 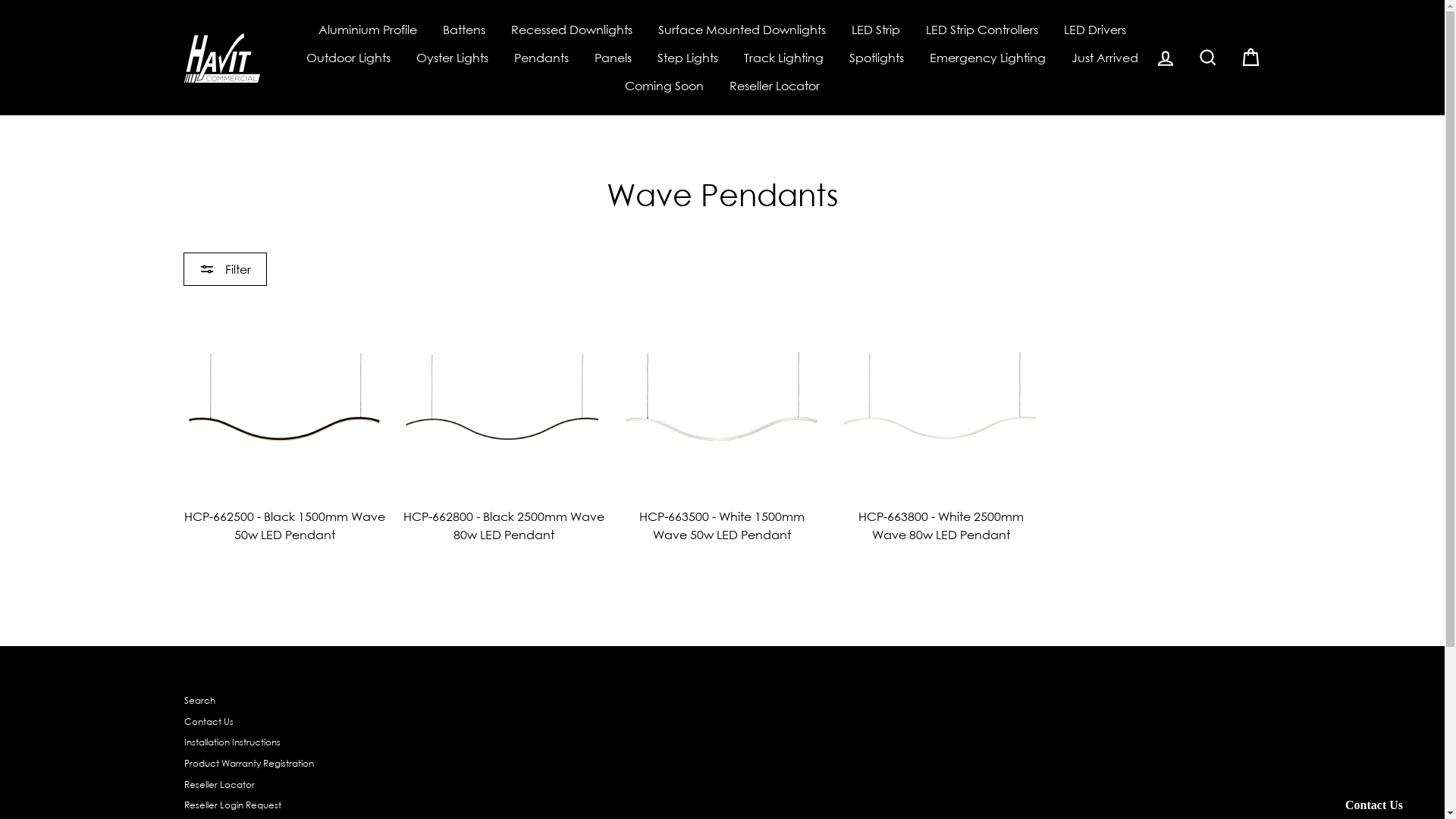 What do you see at coordinates (1164, 57) in the screenshot?
I see `'Log in'` at bounding box center [1164, 57].